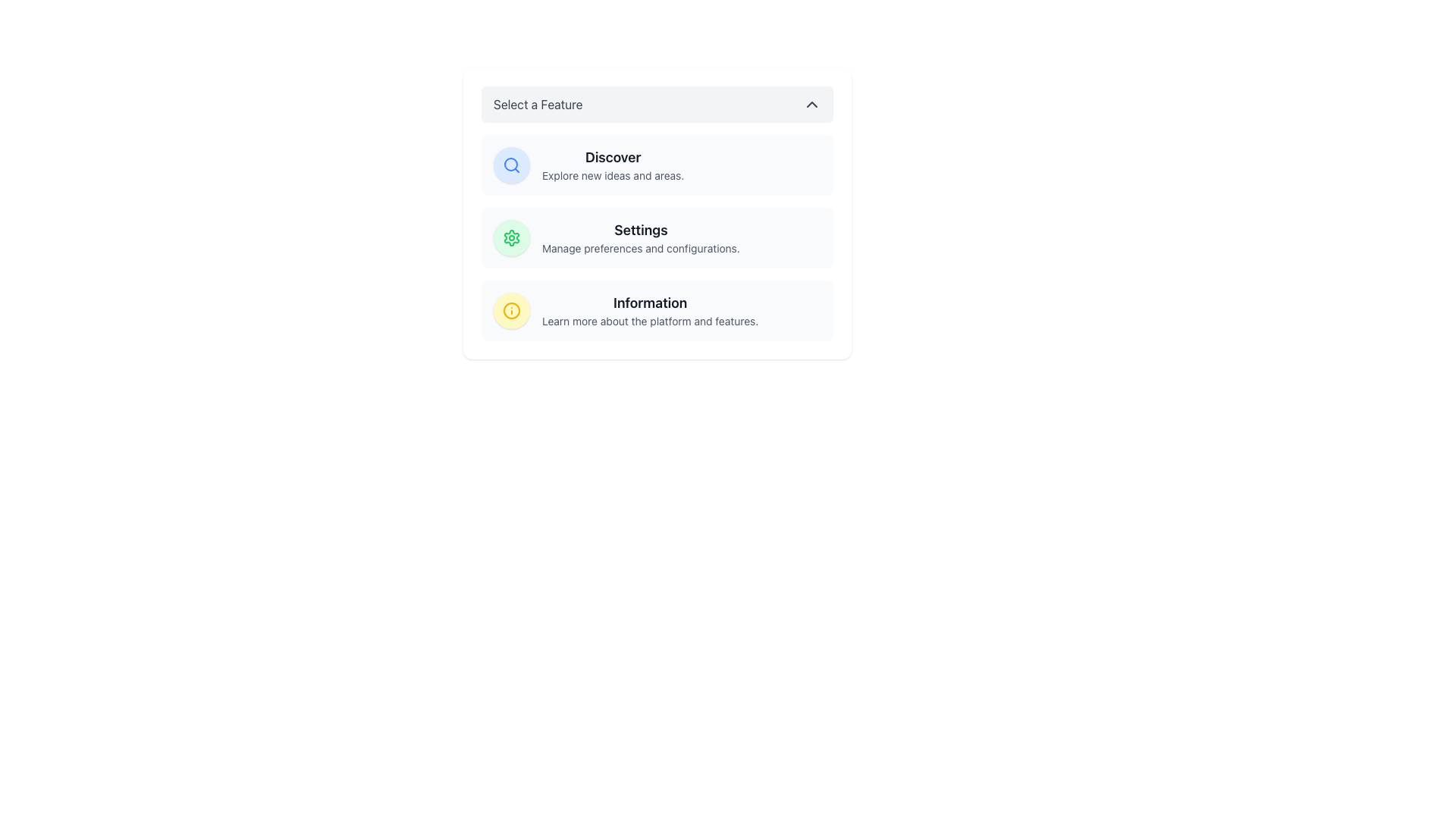 The height and width of the screenshot is (819, 1456). What do you see at coordinates (510, 164) in the screenshot?
I see `the circular UI component of the SVG graphic that is part of the search icon, located at the top portion of the 'Select a Feature' list` at bounding box center [510, 164].